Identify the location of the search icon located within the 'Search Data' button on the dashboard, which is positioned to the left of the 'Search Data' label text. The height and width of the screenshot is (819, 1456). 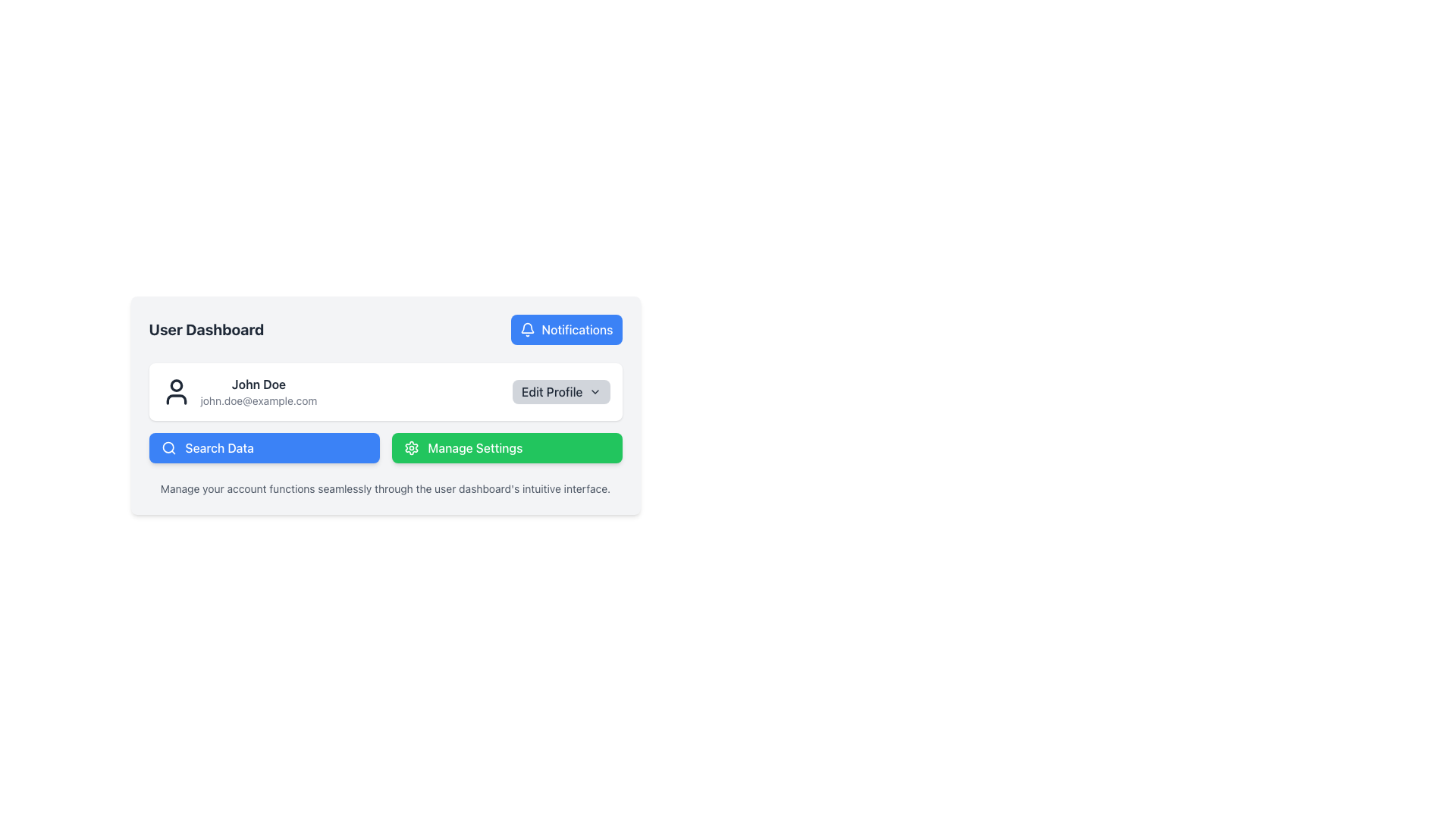
(168, 447).